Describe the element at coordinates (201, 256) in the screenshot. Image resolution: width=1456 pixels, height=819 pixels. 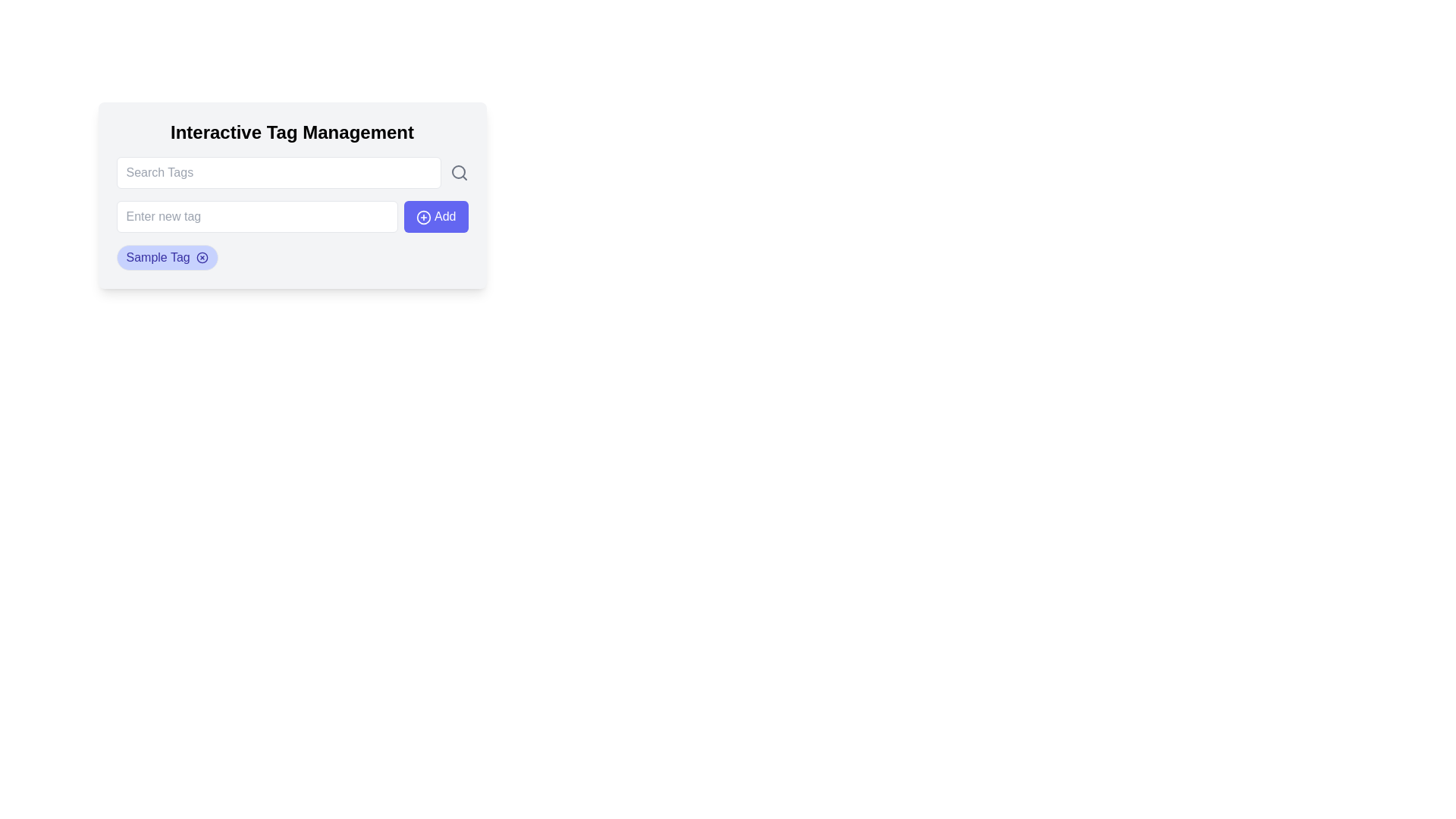
I see `the close or remove button located at the right end of the 'Sample Tag' to interact via keyboard` at that location.